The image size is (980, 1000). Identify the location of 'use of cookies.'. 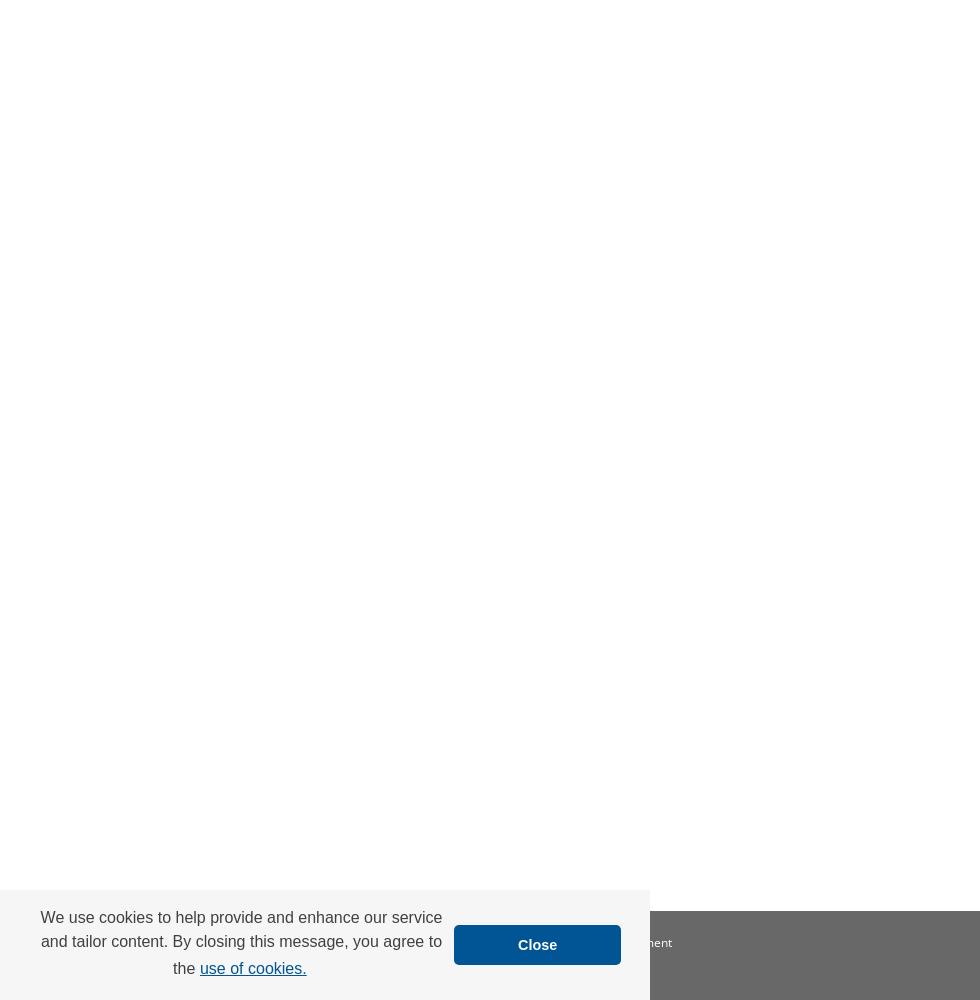
(199, 966).